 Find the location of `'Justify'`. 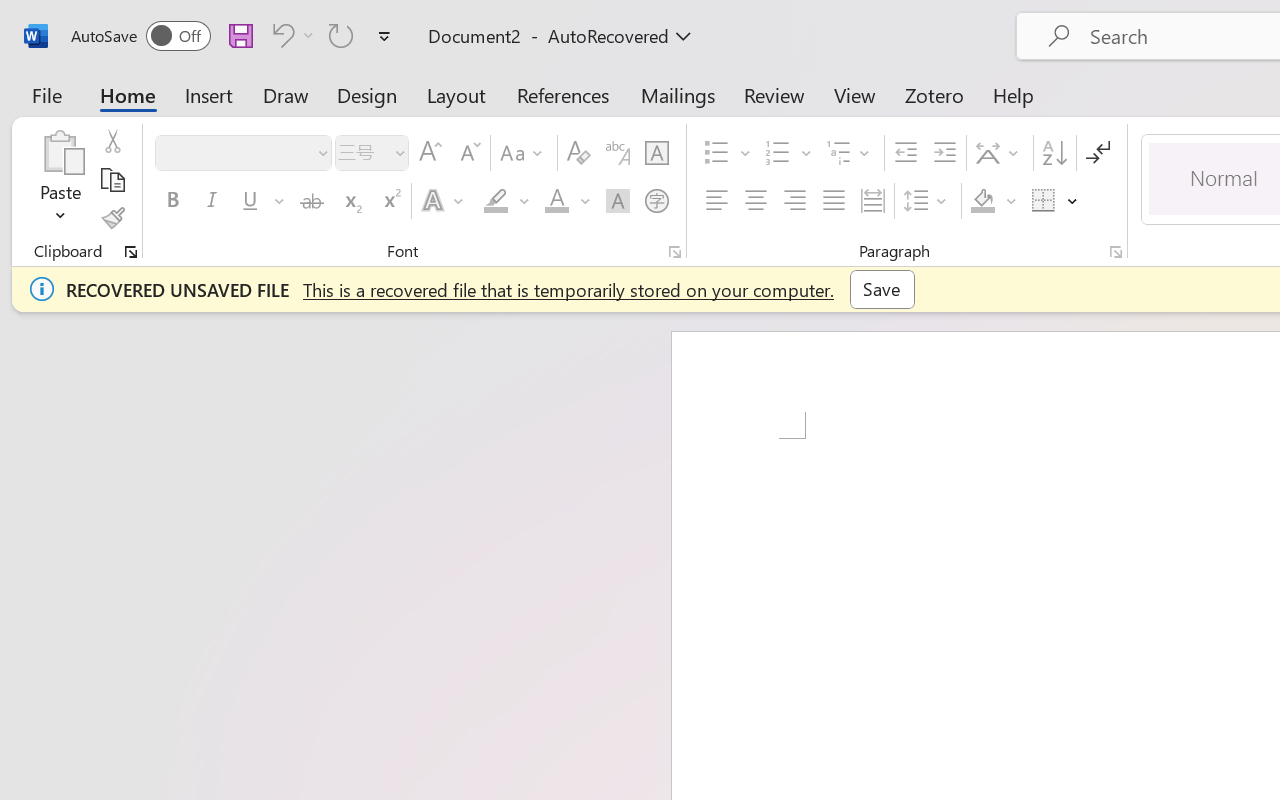

'Justify' is located at coordinates (834, 201).